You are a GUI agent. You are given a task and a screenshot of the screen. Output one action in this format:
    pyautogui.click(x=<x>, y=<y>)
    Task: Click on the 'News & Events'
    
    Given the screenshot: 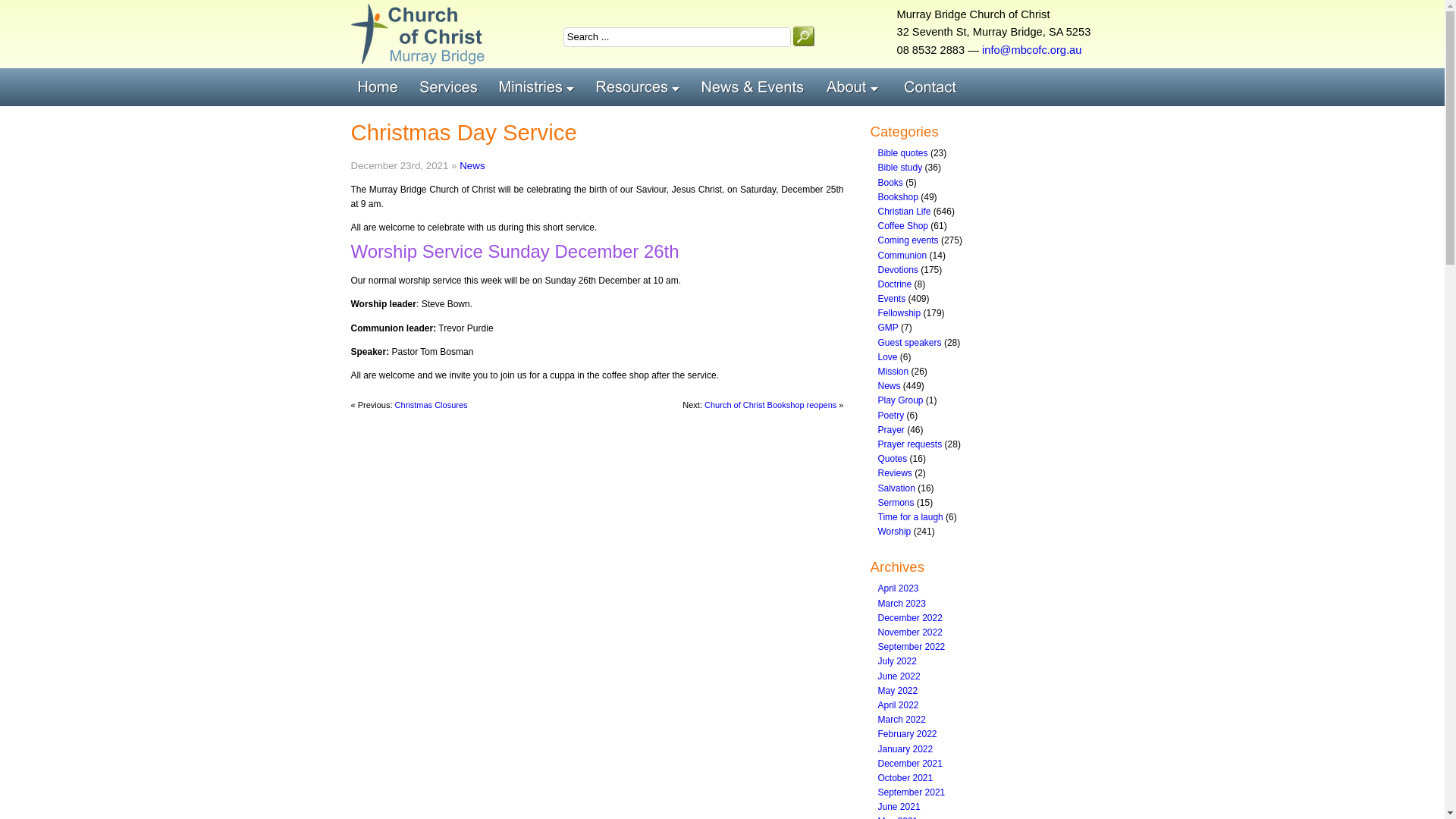 What is the action you would take?
    pyautogui.click(x=757, y=87)
    